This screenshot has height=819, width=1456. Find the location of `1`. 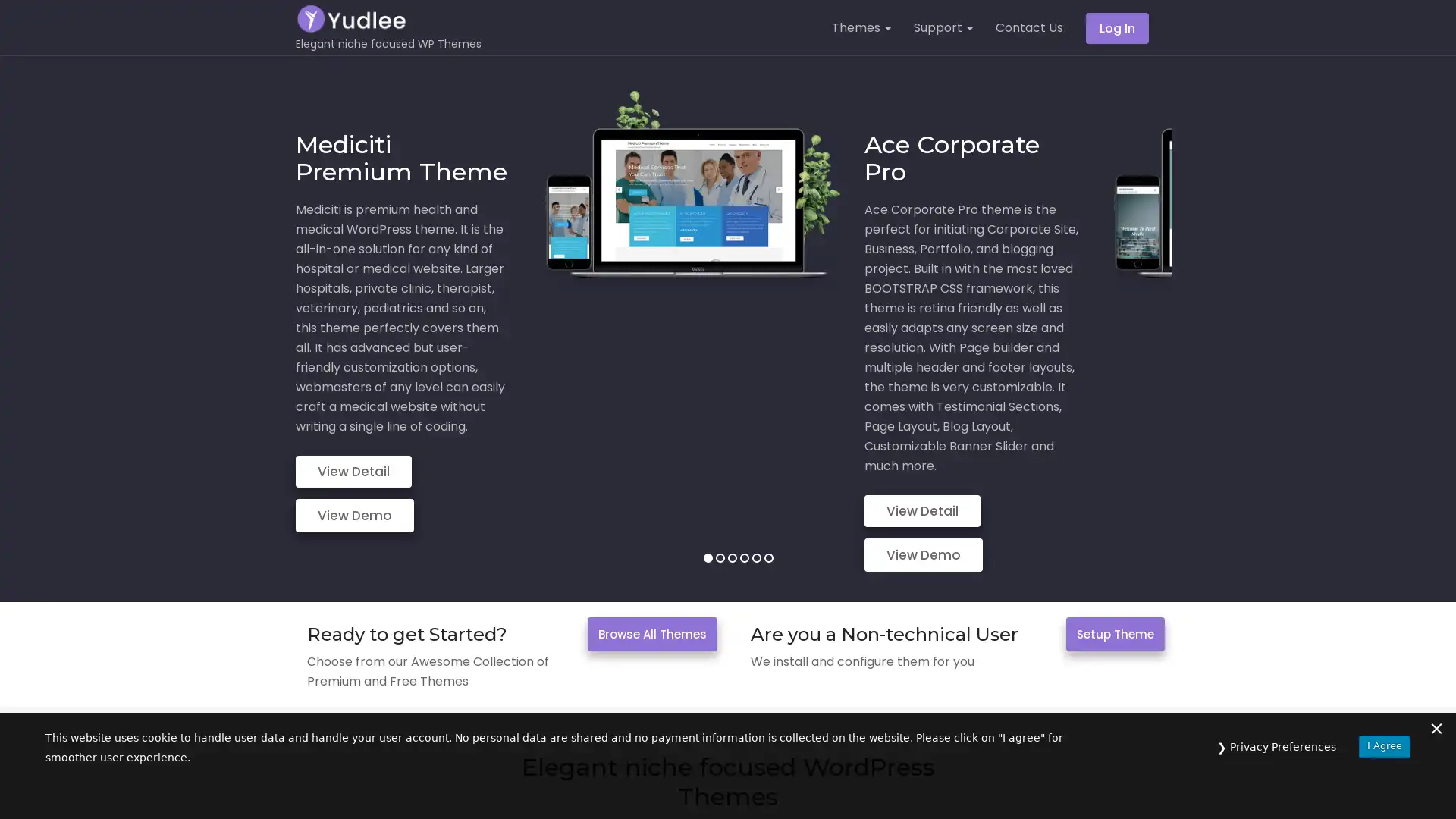

1 is located at coordinates (706, 451).